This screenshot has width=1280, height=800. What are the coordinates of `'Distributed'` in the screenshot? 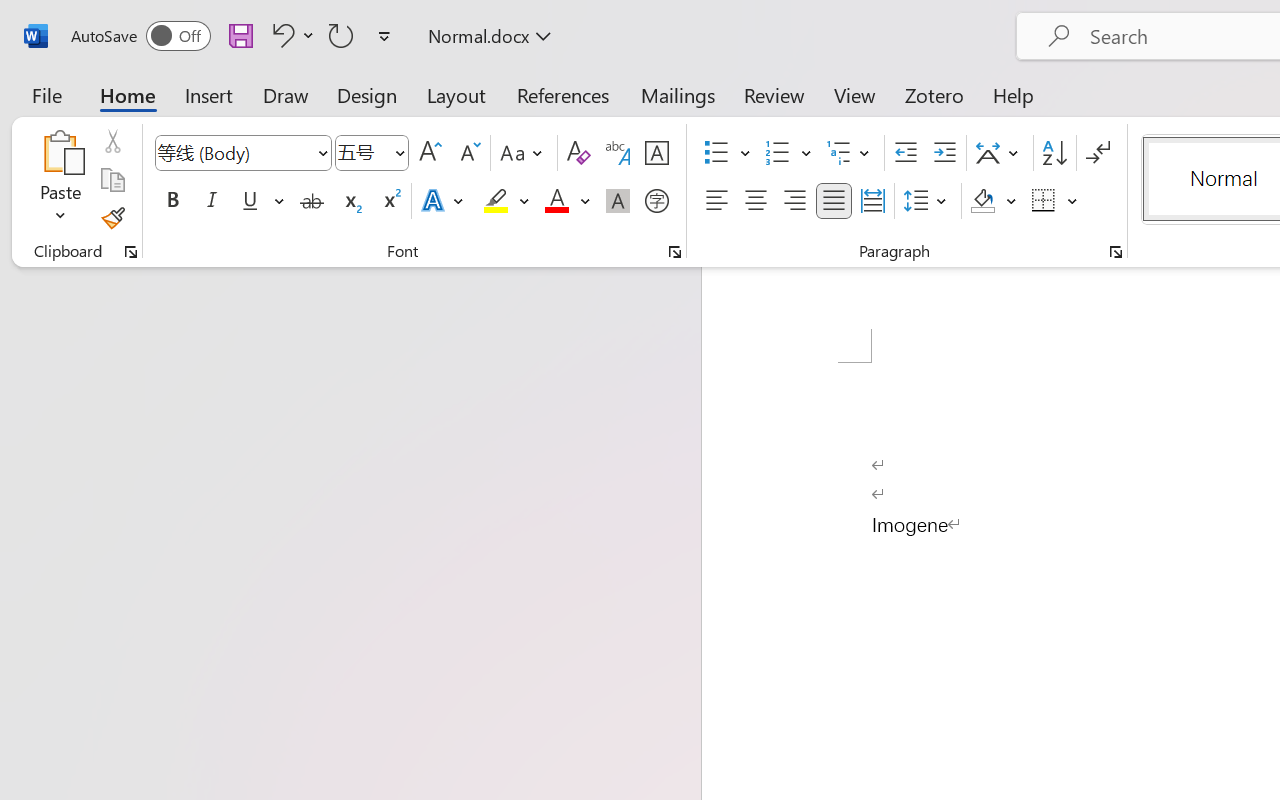 It's located at (872, 201).